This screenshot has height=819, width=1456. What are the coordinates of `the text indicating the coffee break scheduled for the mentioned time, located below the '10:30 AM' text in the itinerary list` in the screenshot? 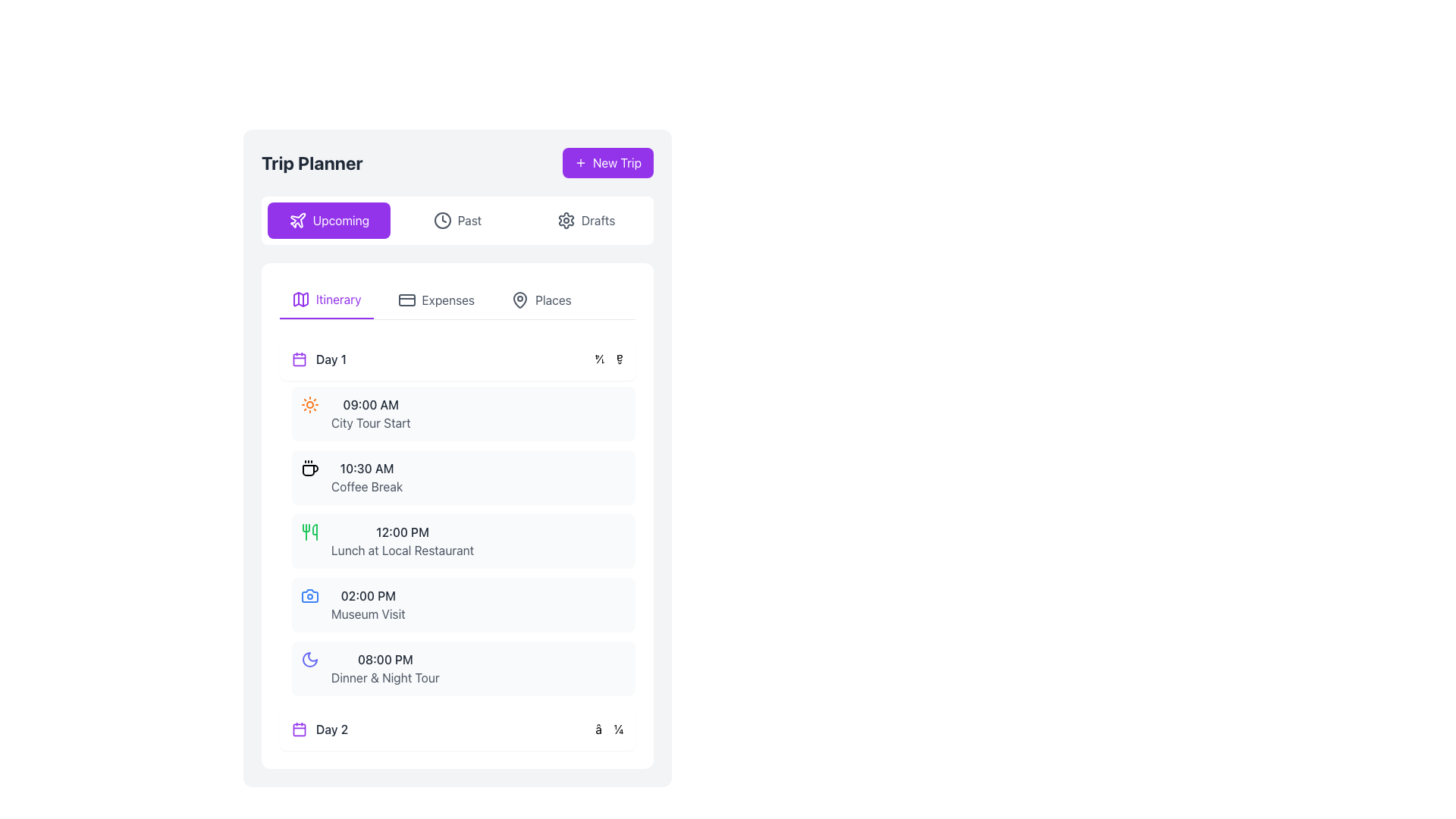 It's located at (367, 486).